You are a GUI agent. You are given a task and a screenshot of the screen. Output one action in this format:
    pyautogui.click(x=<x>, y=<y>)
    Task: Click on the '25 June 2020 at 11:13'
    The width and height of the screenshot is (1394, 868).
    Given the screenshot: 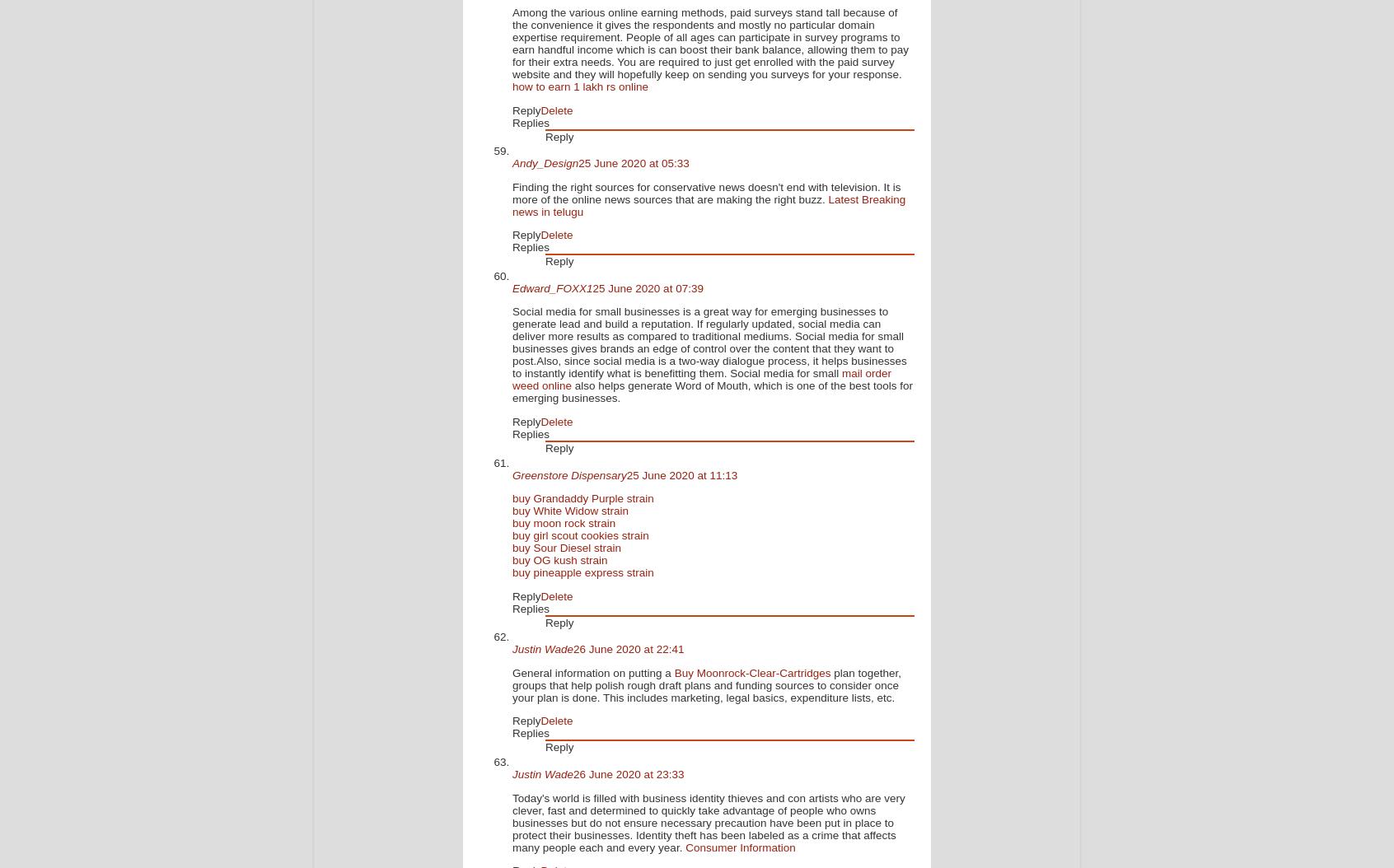 What is the action you would take?
    pyautogui.click(x=625, y=474)
    